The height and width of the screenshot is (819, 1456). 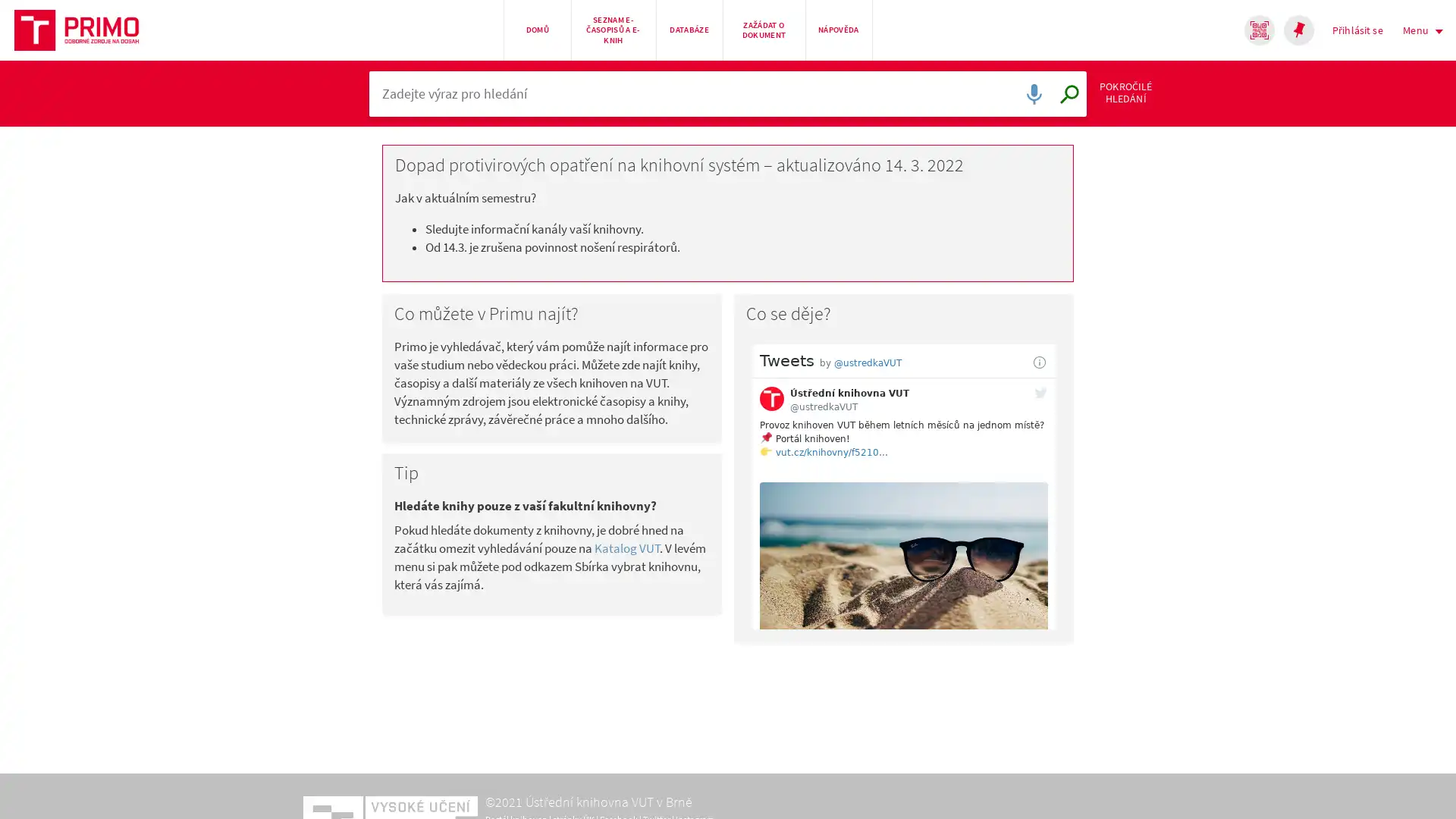 What do you see at coordinates (1259, 30) in the screenshot?
I see `QR` at bounding box center [1259, 30].